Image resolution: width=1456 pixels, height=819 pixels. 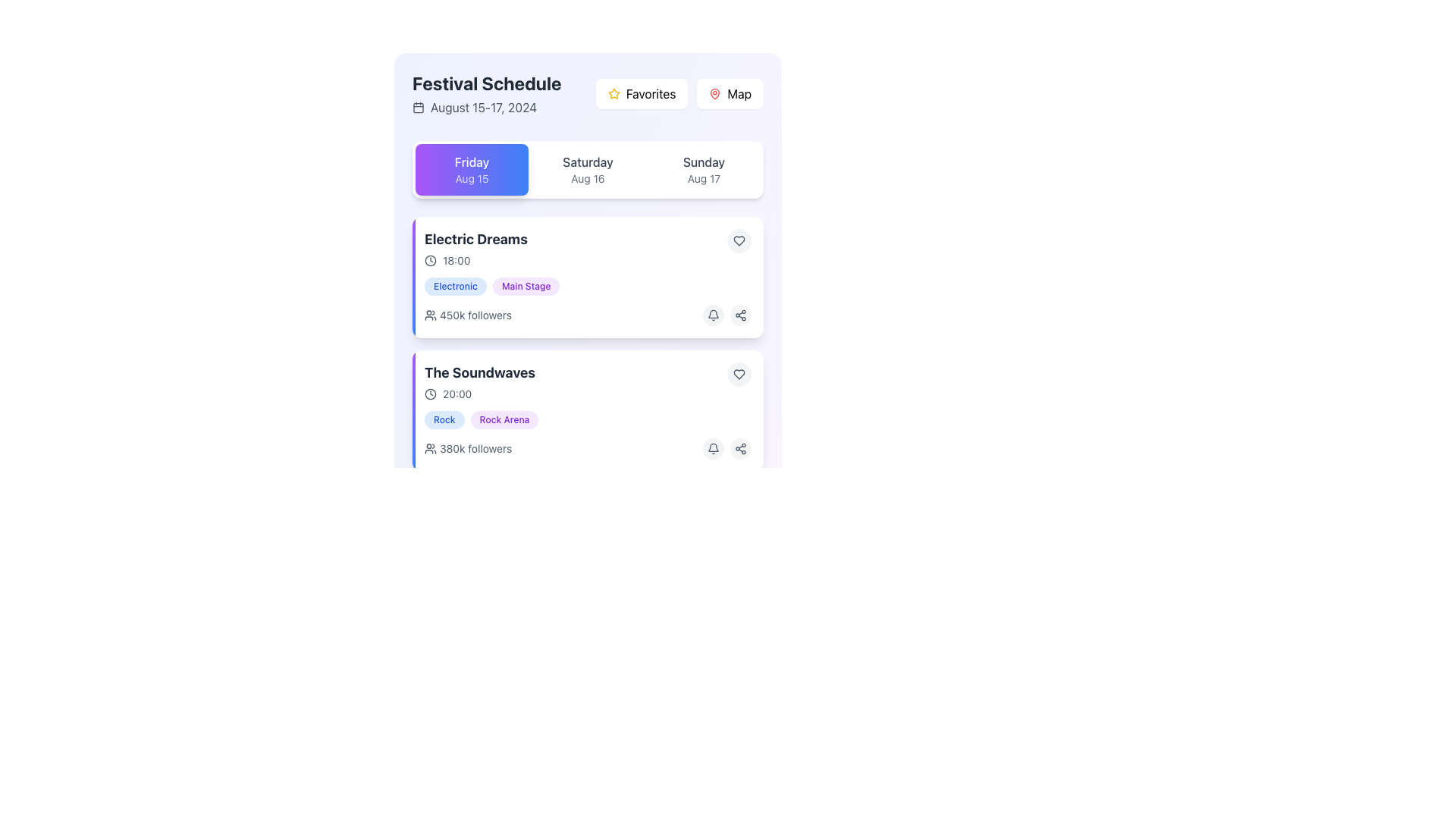 I want to click on the clock icon that symbolizes the time for the event 'The Soundwaves', located to the left of the text '20:00', so click(x=429, y=394).